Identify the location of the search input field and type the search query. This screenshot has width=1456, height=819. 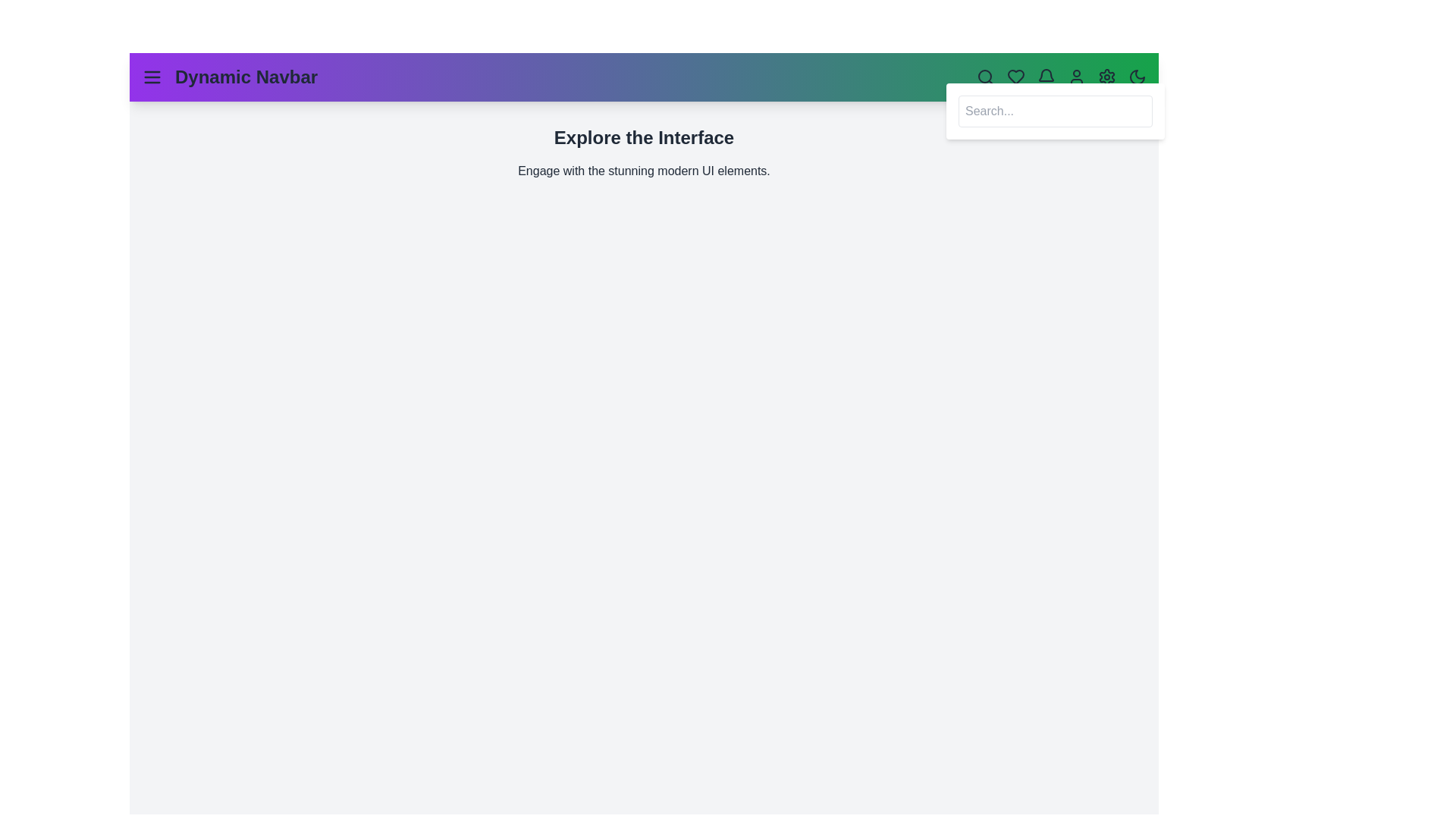
(1055, 110).